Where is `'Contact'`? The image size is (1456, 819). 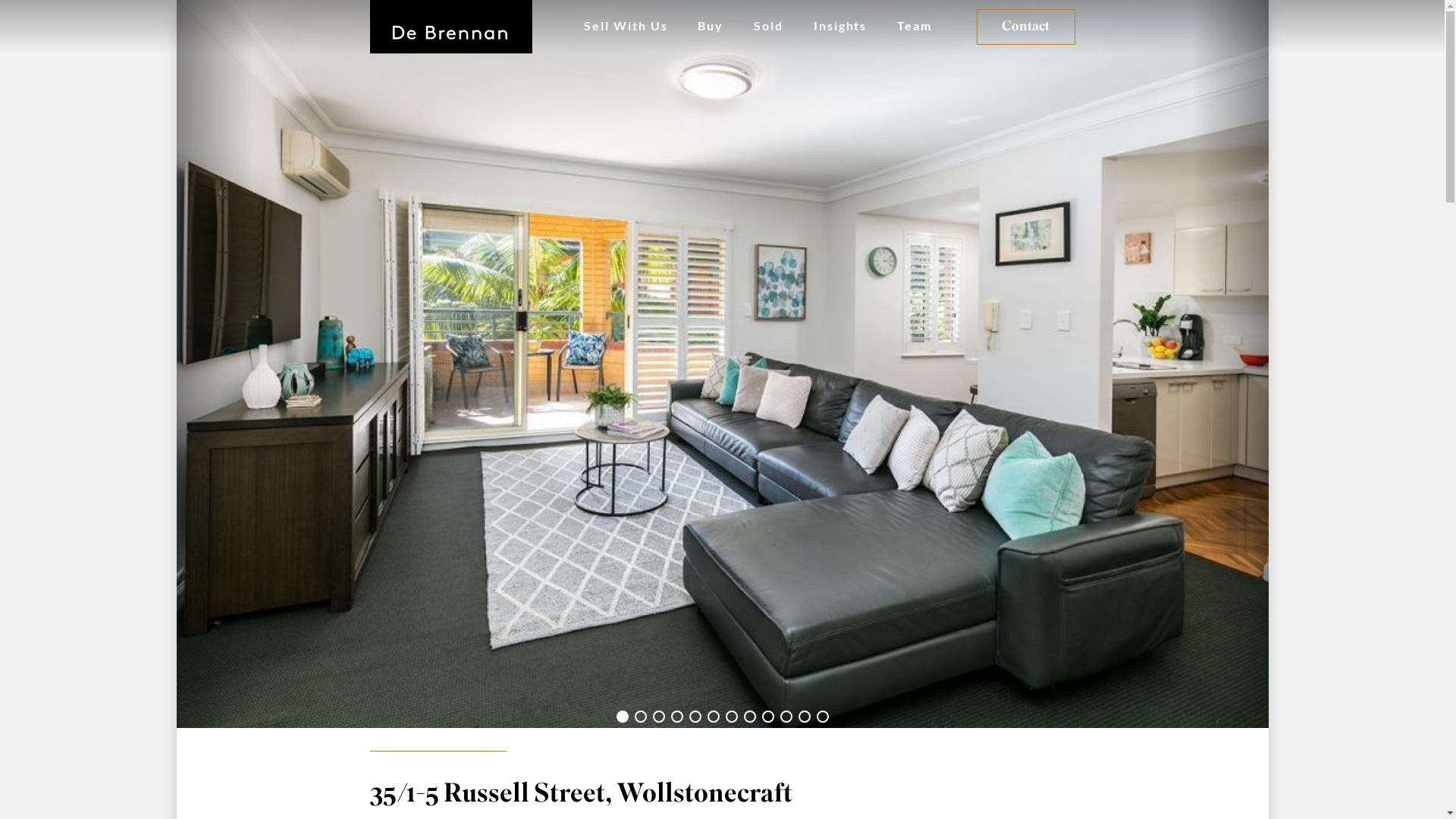
'Contact' is located at coordinates (1026, 27).